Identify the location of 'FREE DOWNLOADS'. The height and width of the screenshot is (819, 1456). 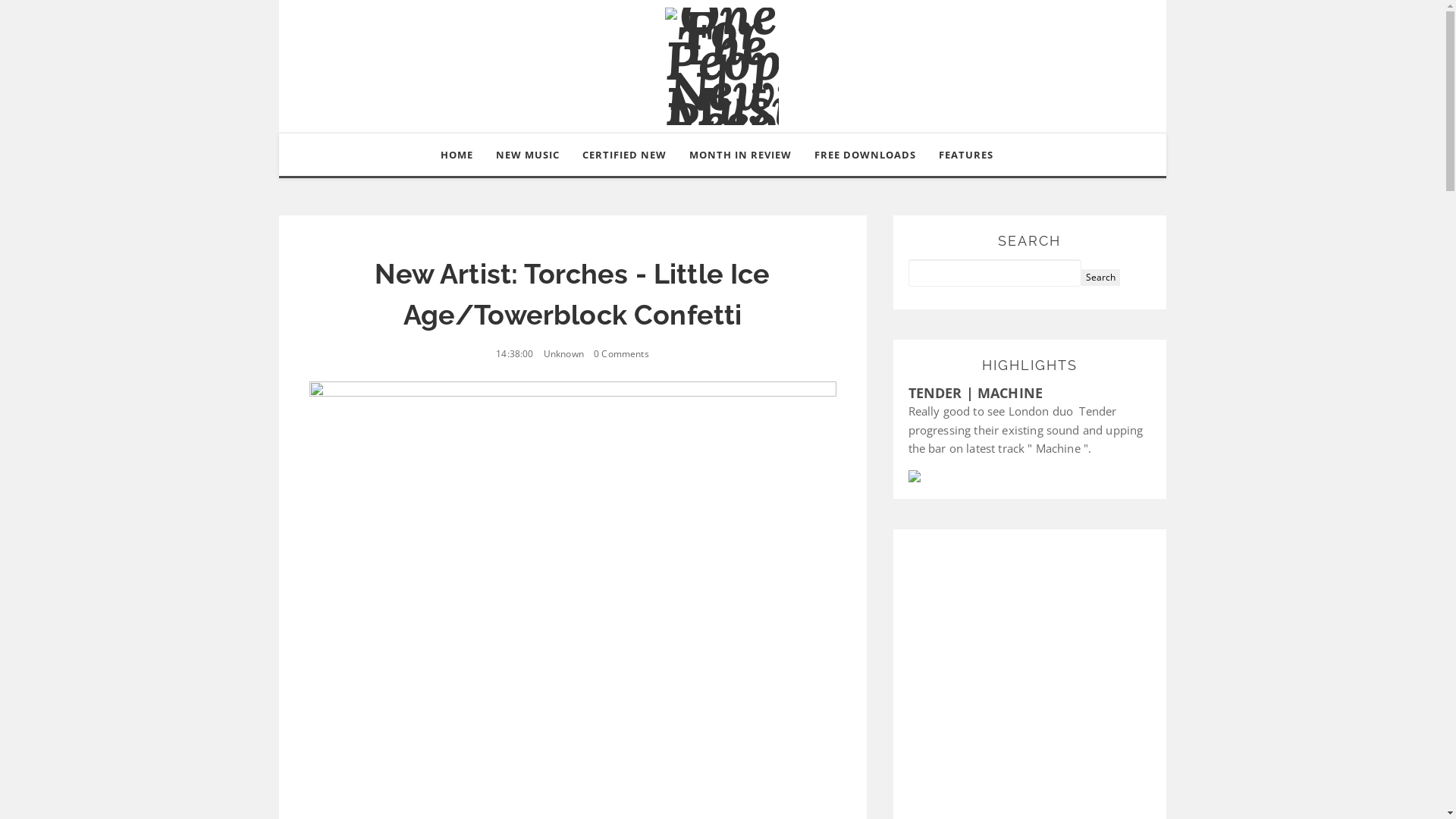
(865, 155).